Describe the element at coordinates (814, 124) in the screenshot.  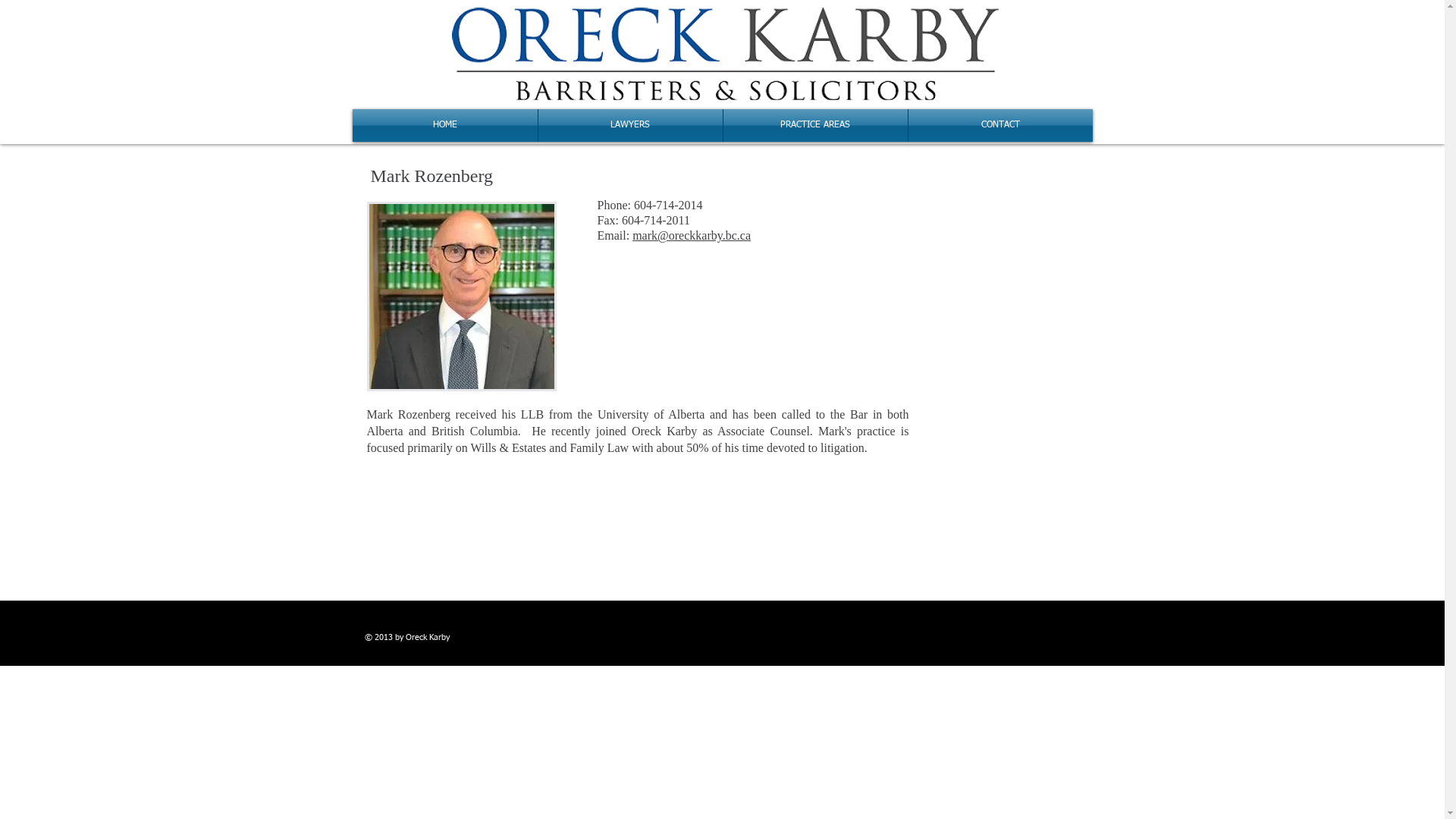
I see `'PRACTICE AREAS'` at that location.